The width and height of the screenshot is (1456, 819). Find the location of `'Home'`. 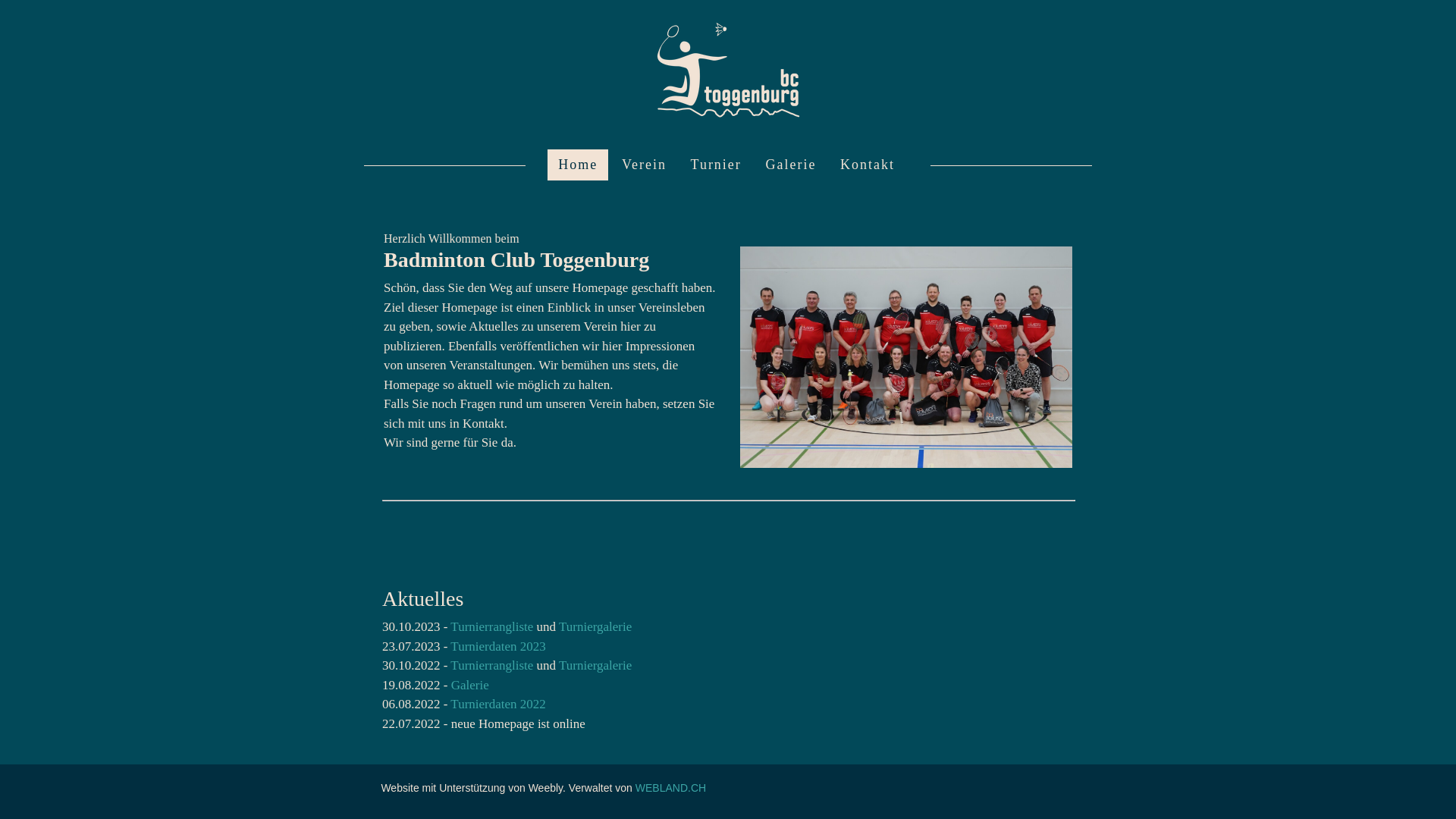

'Home' is located at coordinates (577, 165).